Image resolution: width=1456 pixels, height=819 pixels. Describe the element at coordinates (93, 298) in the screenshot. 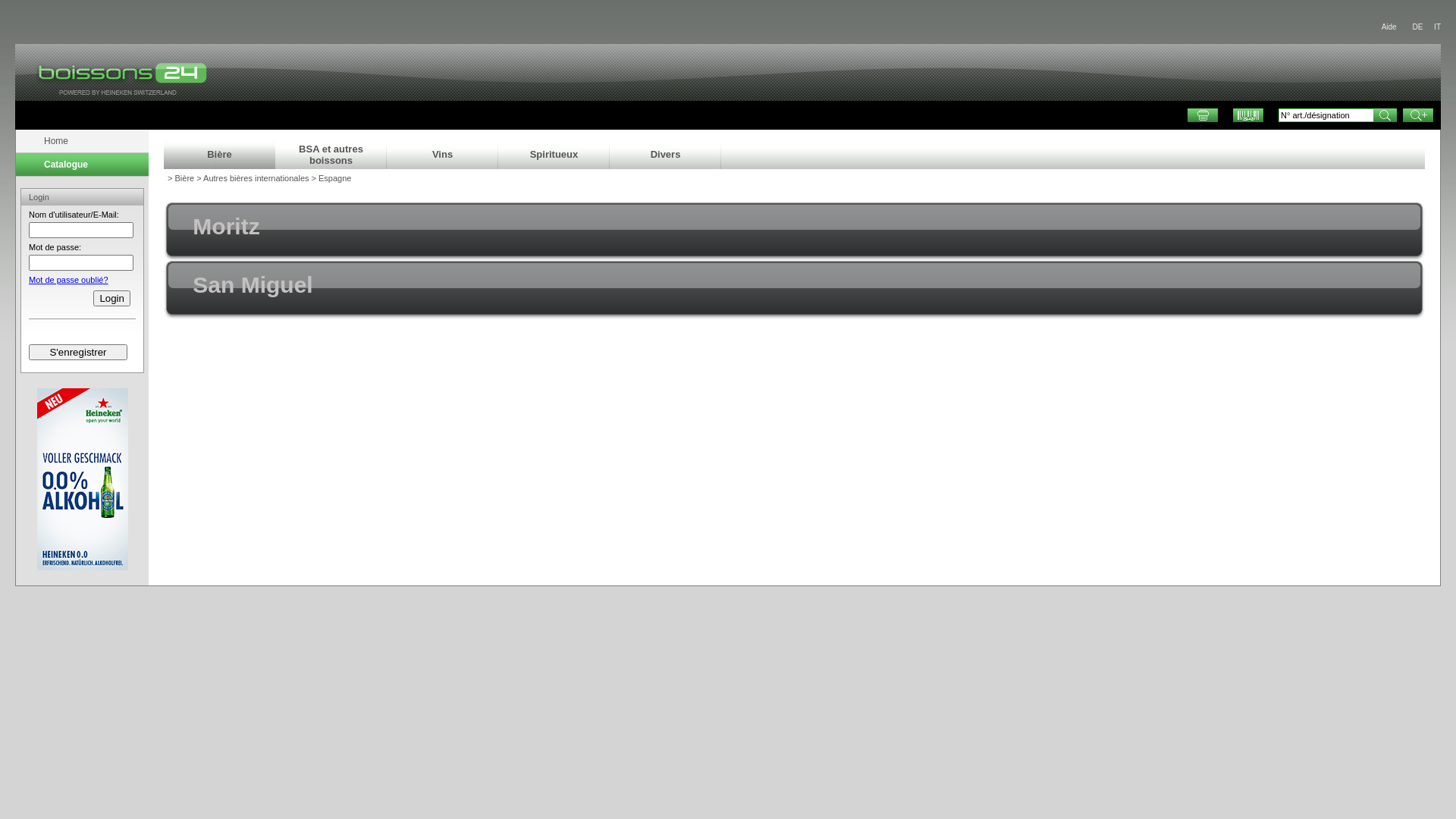

I see `'Login'` at that location.